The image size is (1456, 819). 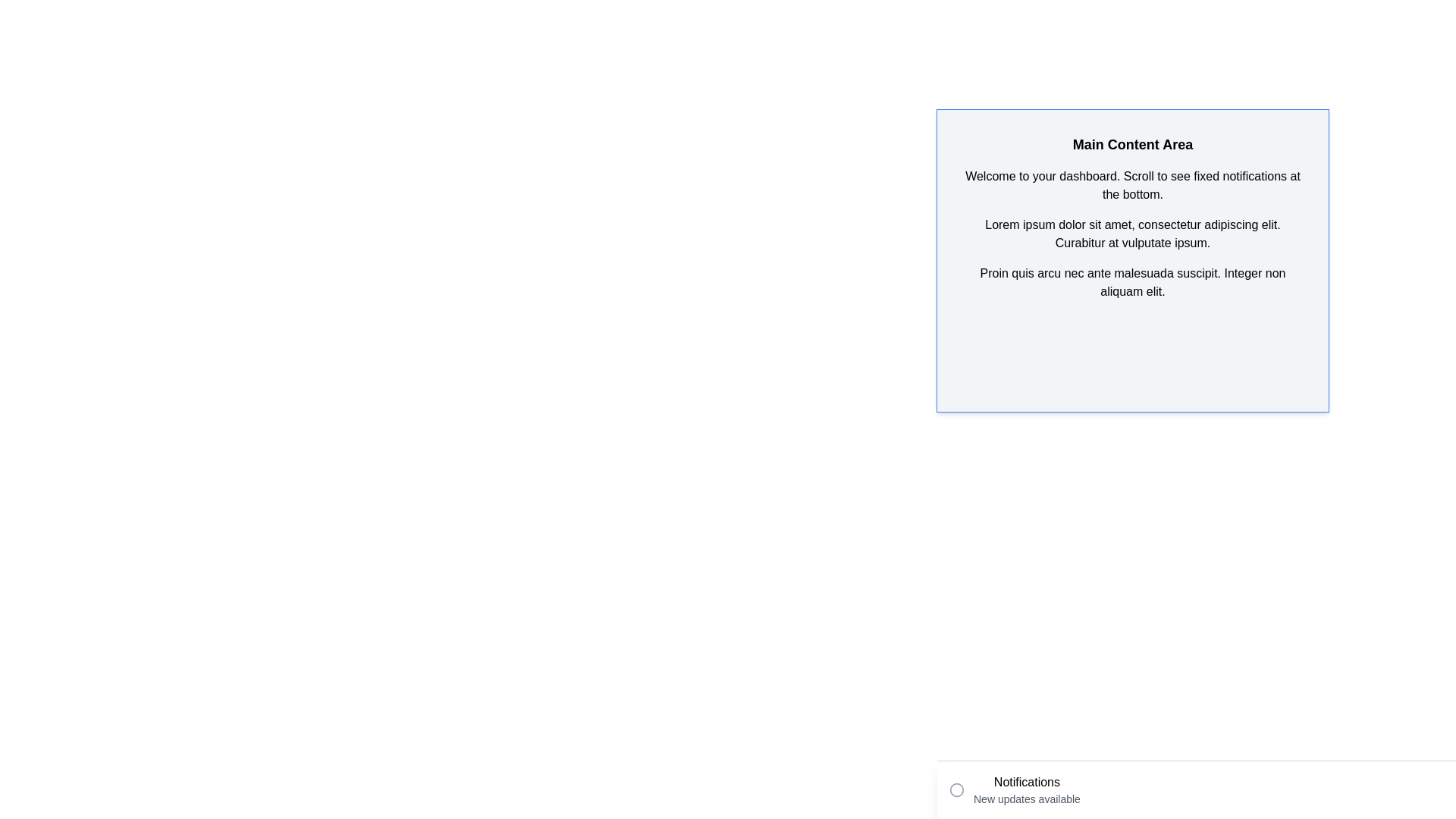 I want to click on the Static Text element that contains the message 'Welcome to your dashboard. Scroll, so click(x=1132, y=185).